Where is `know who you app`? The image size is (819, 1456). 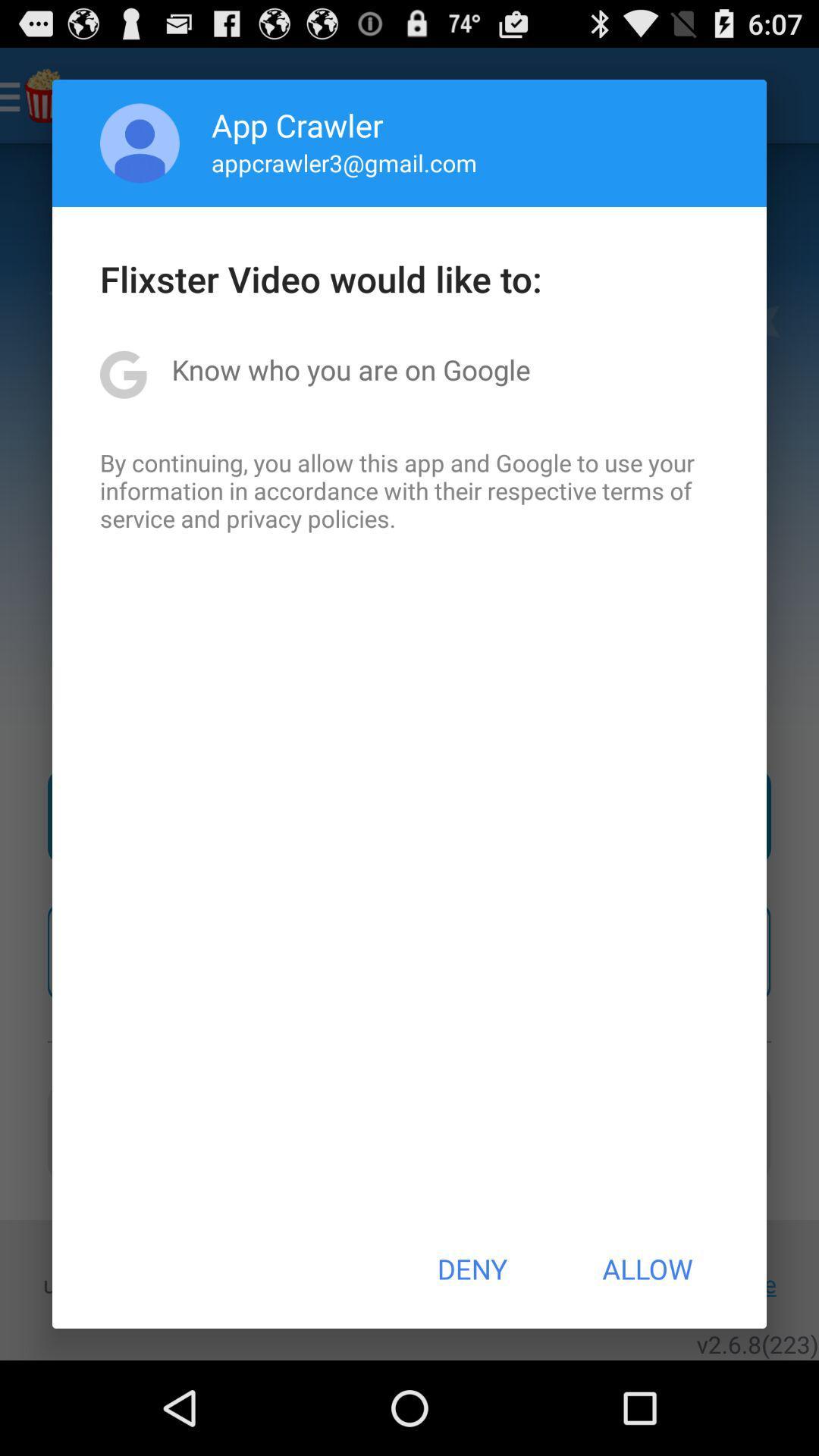 know who you app is located at coordinates (351, 369).